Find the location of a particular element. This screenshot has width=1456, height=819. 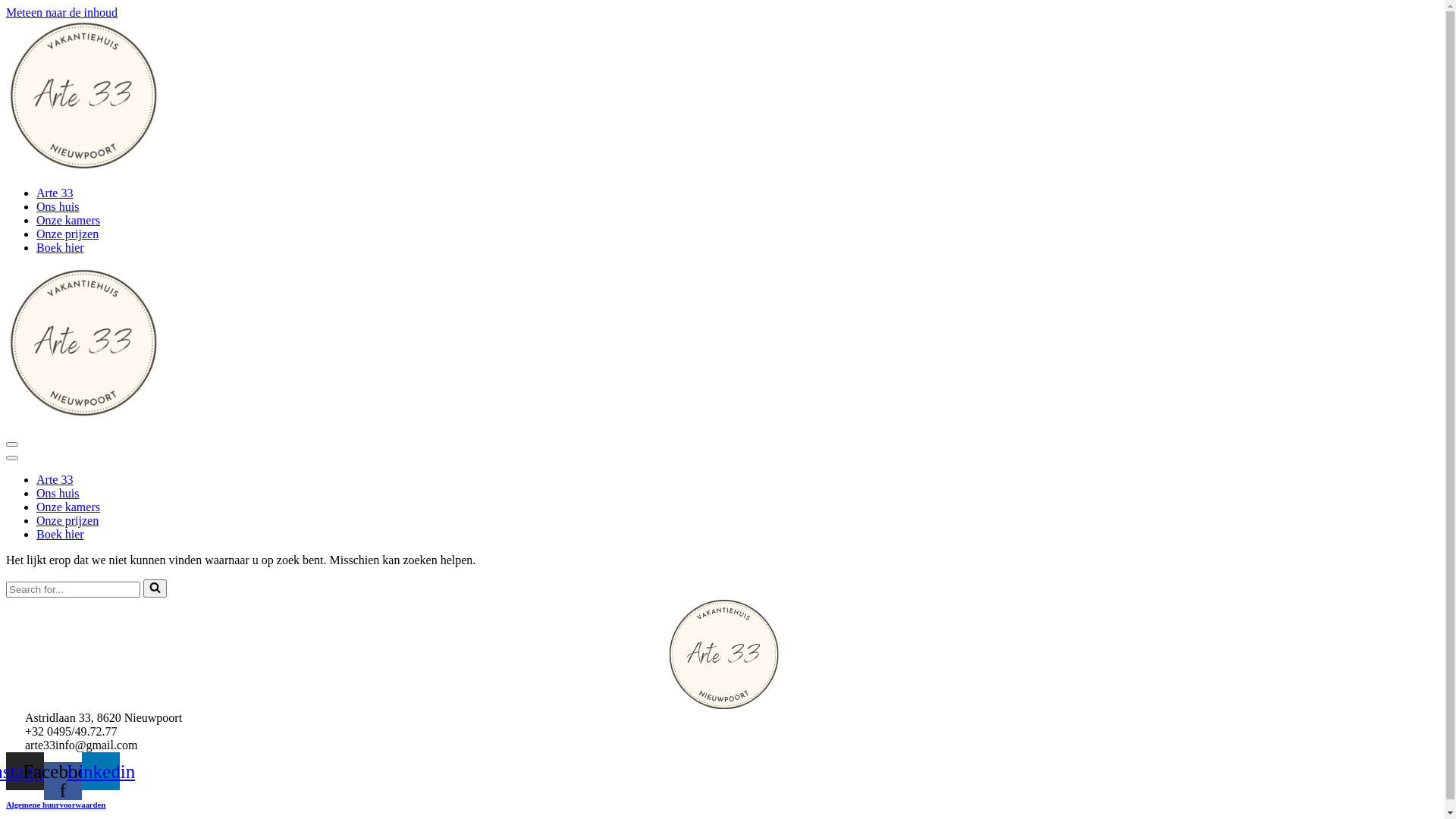

'Arte 33' is located at coordinates (55, 192).